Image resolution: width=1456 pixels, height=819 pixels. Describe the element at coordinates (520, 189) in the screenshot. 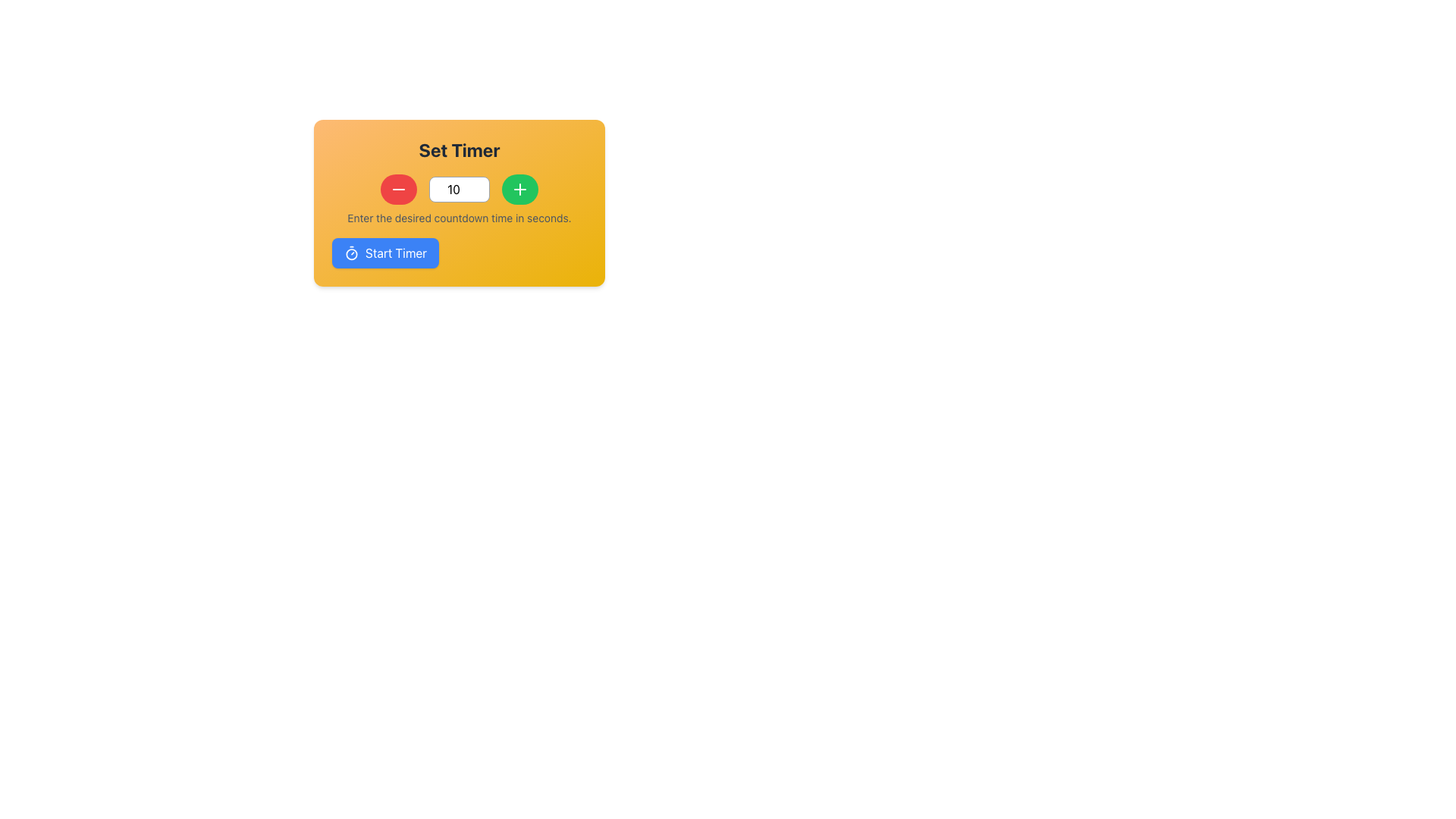

I see `the green circular button with a white plus symbol located in the top-right section of the orange-yellow card` at that location.